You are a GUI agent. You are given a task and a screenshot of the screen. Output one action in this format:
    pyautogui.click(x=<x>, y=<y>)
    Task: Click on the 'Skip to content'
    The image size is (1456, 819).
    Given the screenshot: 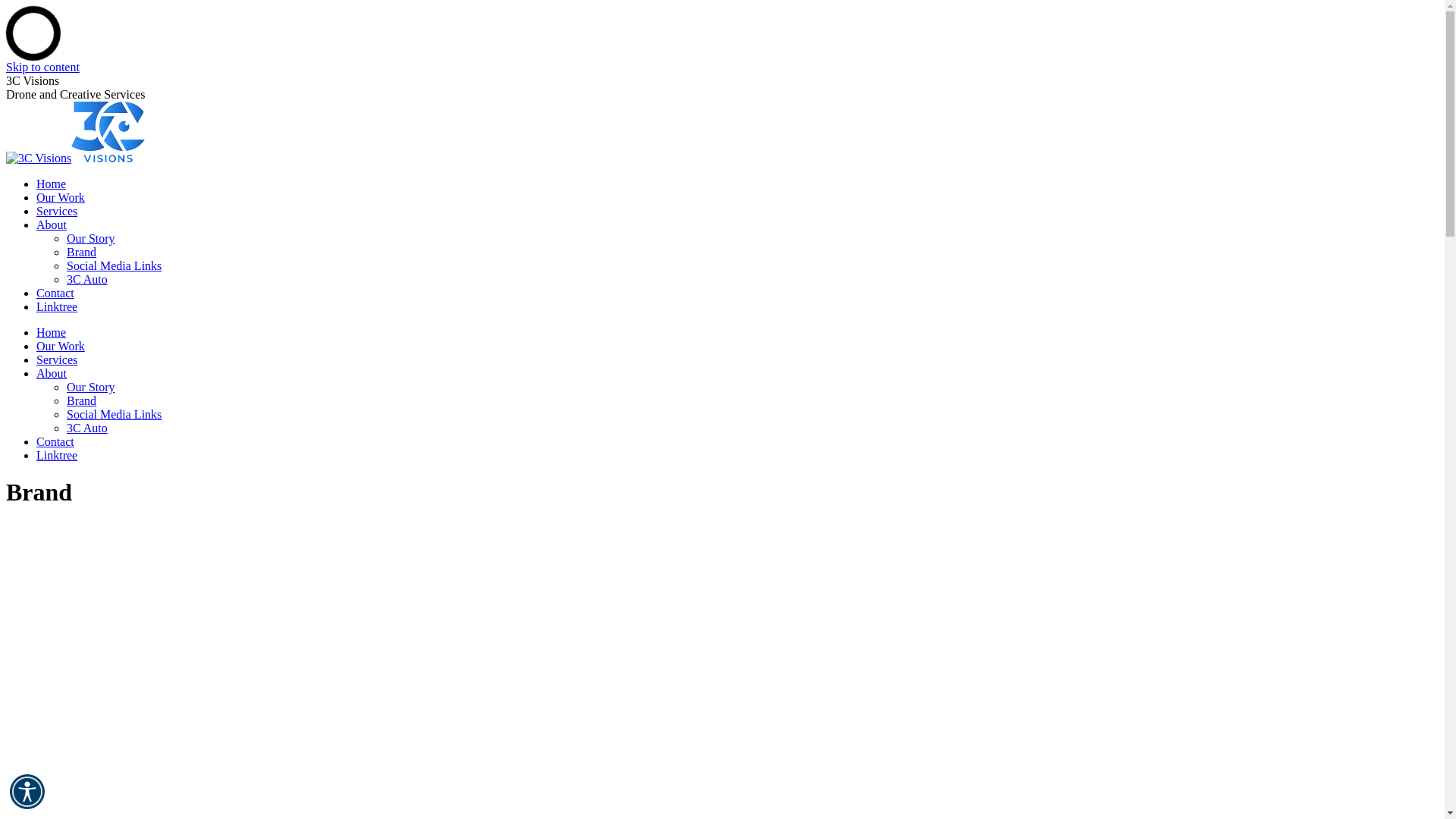 What is the action you would take?
    pyautogui.click(x=42, y=66)
    